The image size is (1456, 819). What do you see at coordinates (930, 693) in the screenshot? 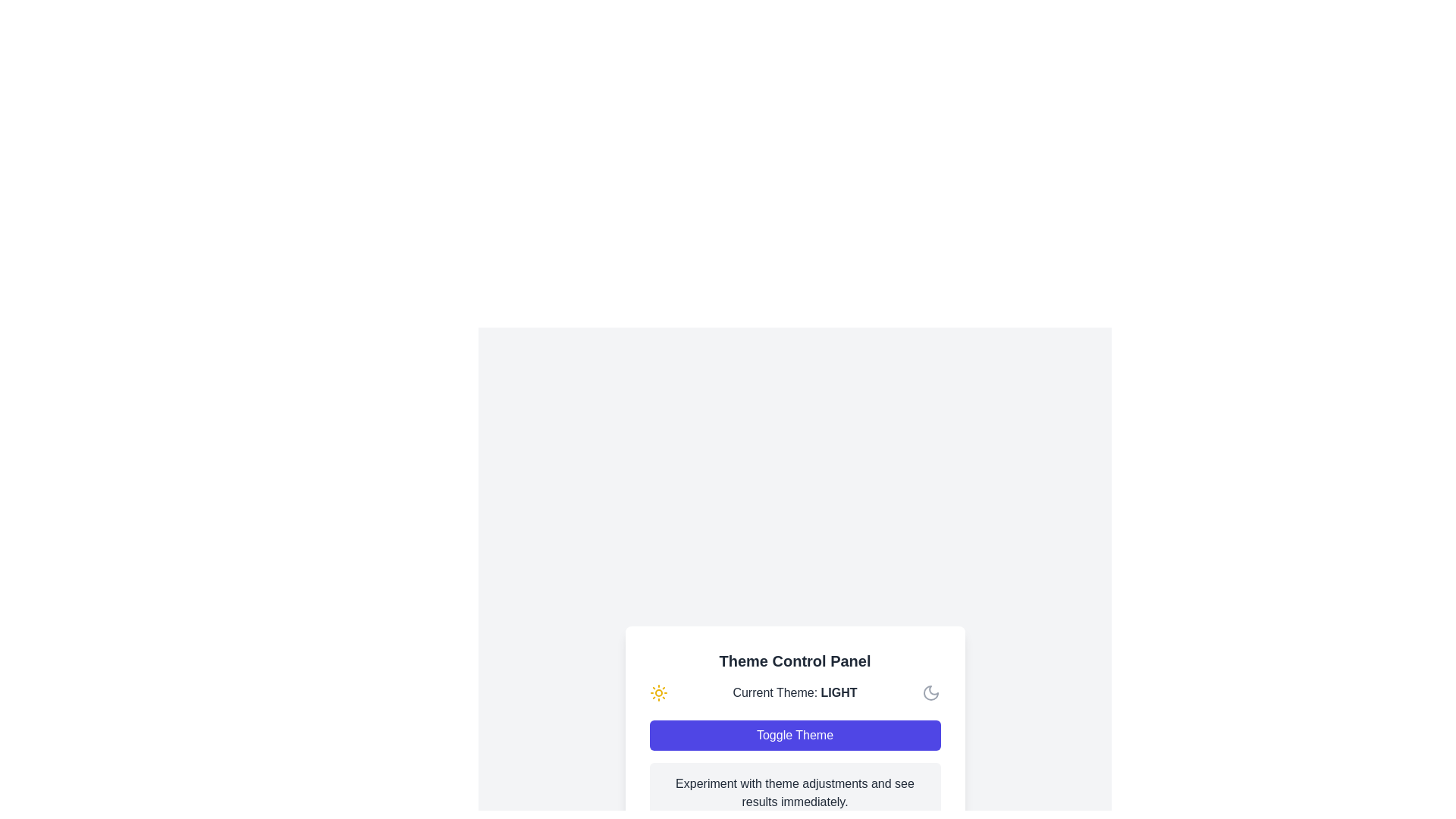
I see `the night mode icon located in the upper right corner of the 'Theme Control Panel' interface, next to 'Current Theme: LIGHT' and opposite a sun icon` at bounding box center [930, 693].